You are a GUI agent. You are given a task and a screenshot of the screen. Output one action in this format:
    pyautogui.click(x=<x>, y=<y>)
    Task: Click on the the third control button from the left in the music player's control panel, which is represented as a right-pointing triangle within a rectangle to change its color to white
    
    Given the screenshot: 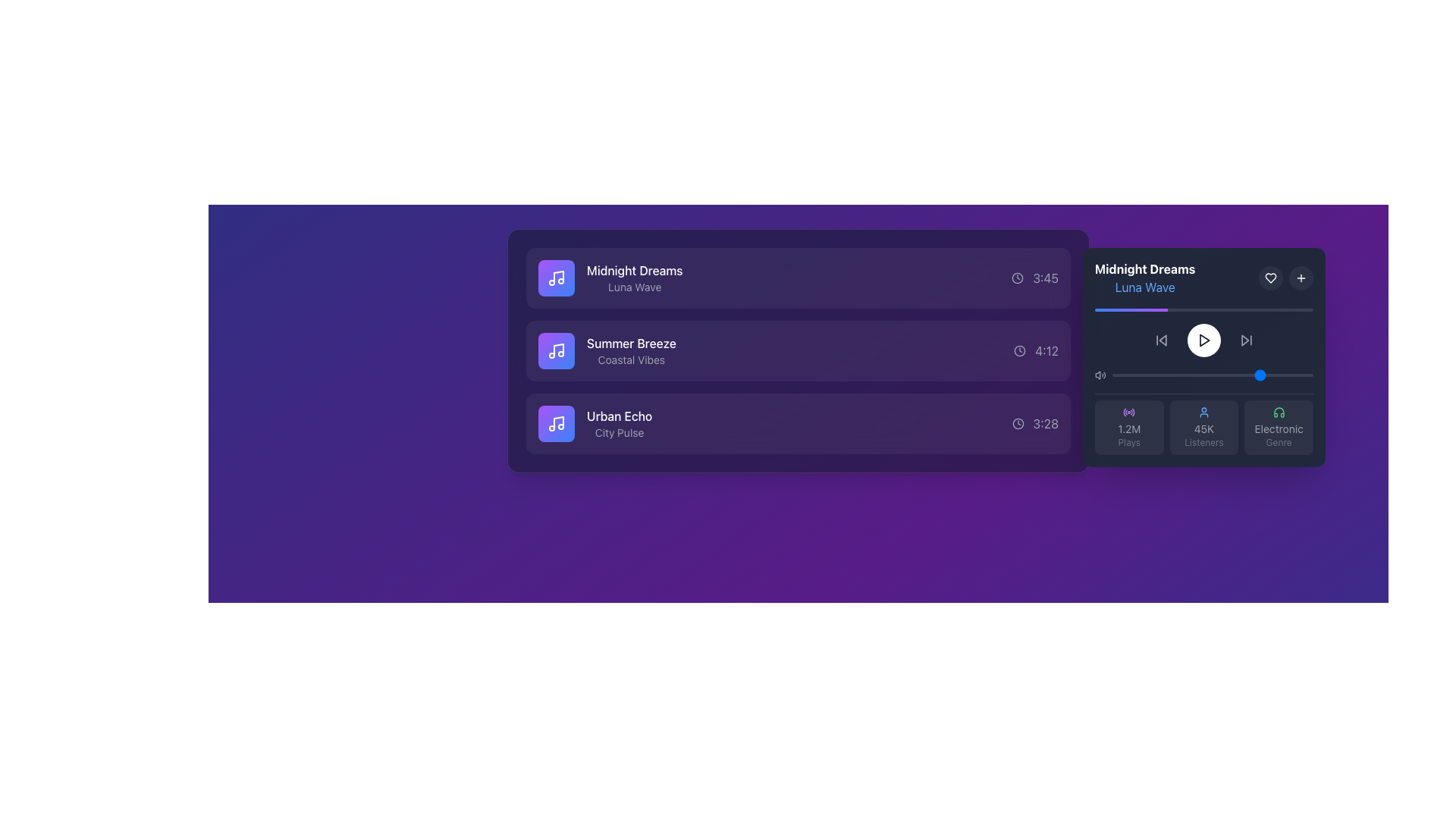 What is the action you would take?
    pyautogui.click(x=1246, y=339)
    